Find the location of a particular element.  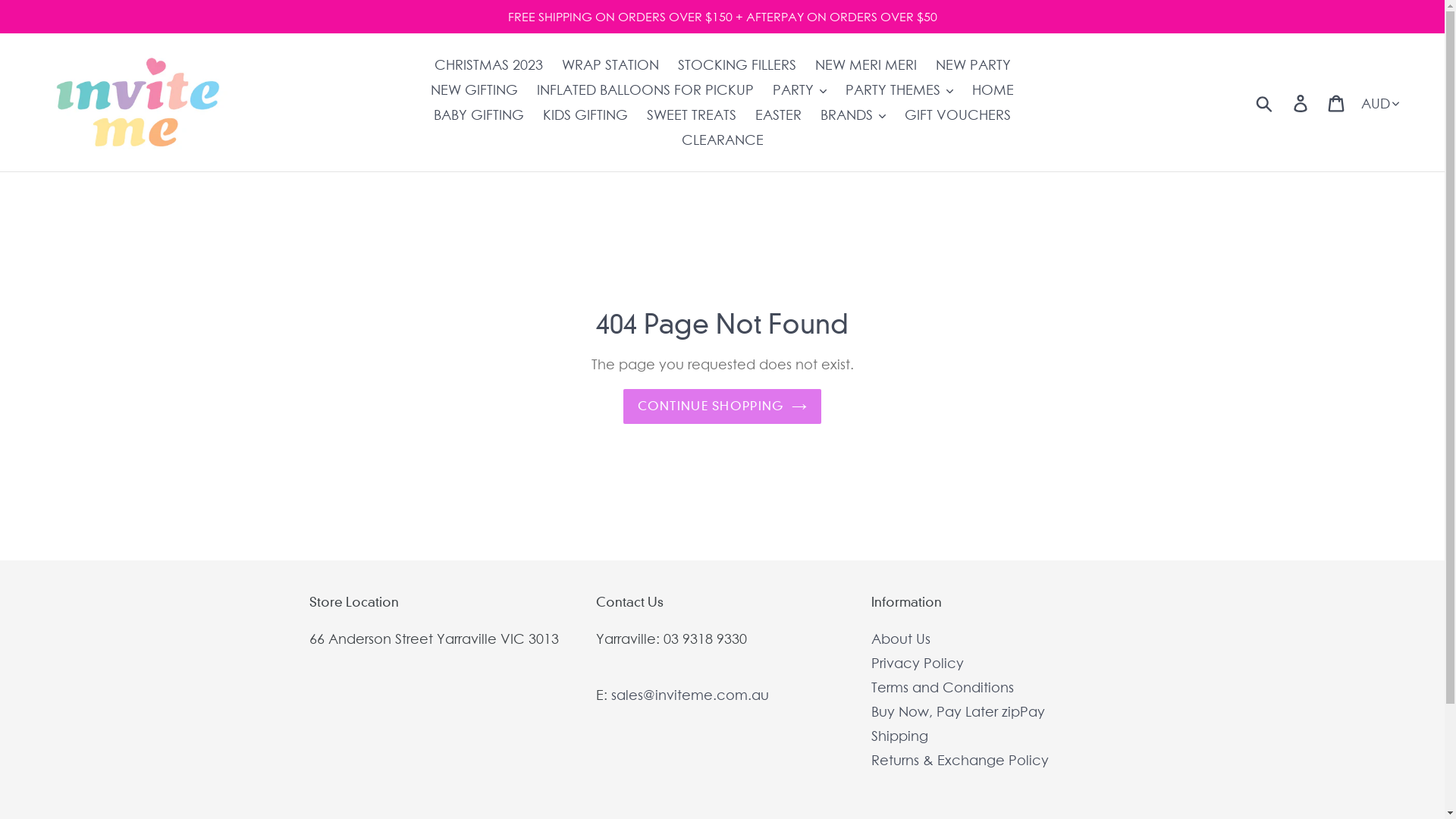

'Terms and Conditions' is located at coordinates (942, 687).